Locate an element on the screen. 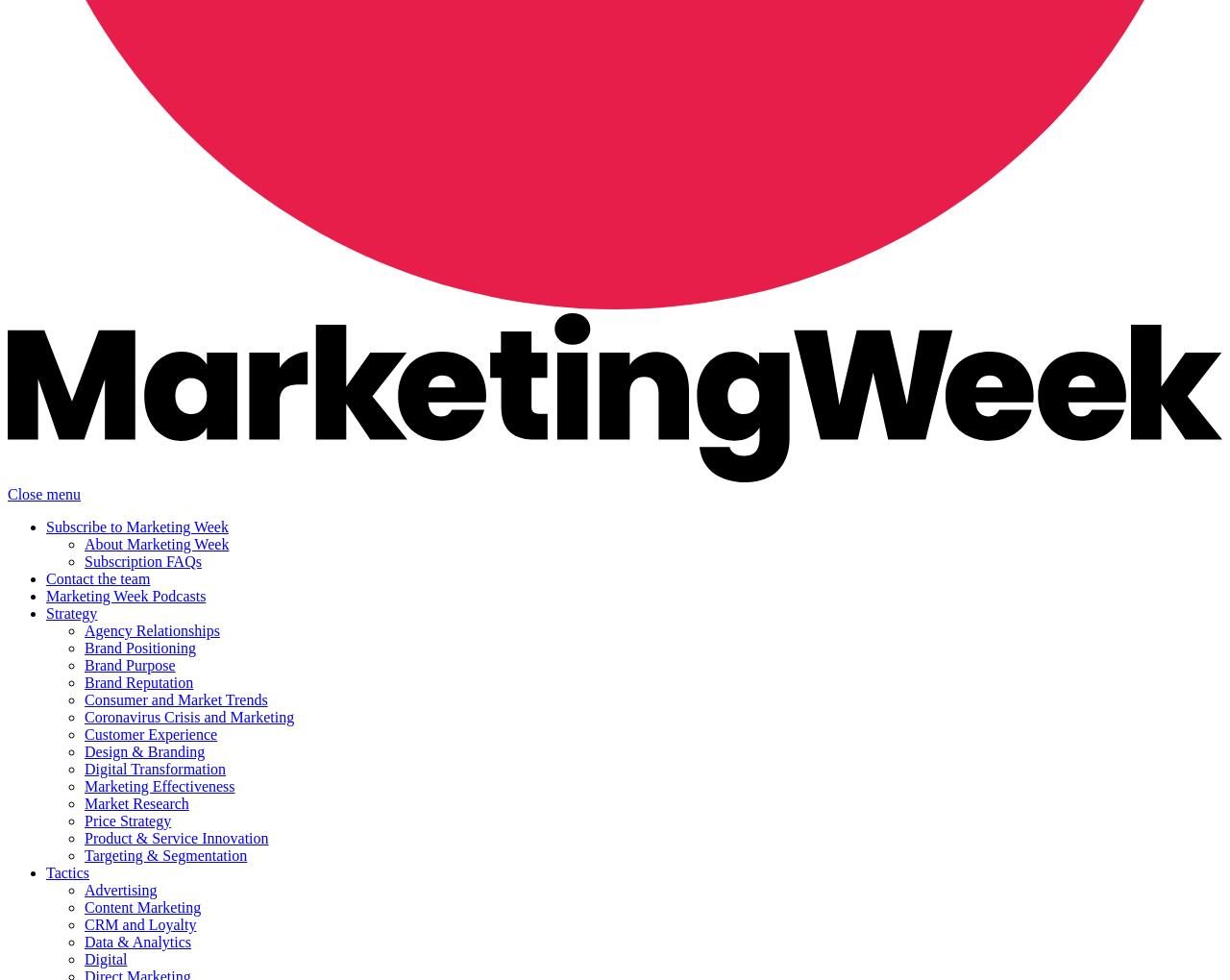 The height and width of the screenshot is (980, 1230). 'Content Marketing' is located at coordinates (141, 906).